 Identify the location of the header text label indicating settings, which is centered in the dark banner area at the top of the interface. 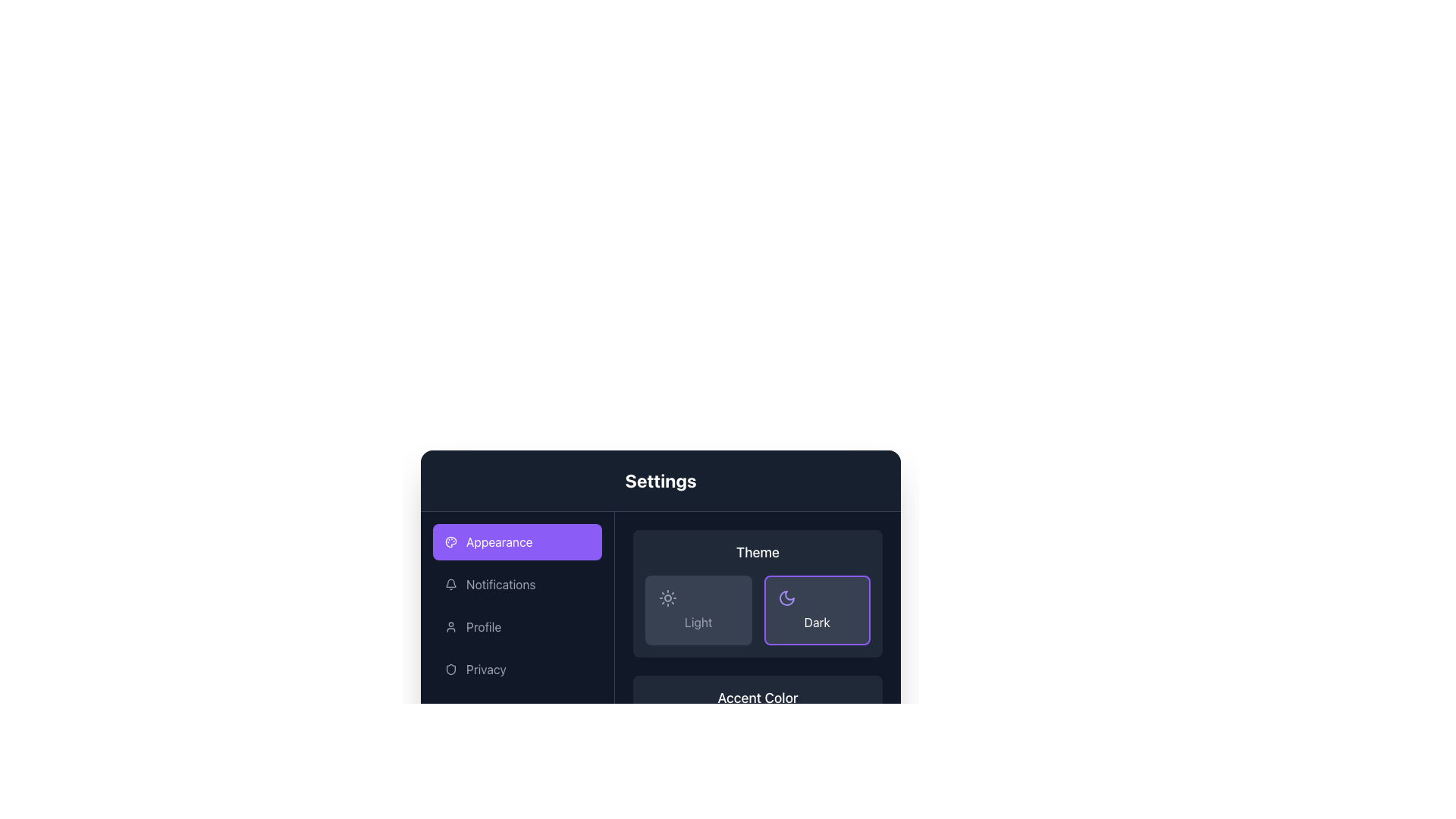
(661, 480).